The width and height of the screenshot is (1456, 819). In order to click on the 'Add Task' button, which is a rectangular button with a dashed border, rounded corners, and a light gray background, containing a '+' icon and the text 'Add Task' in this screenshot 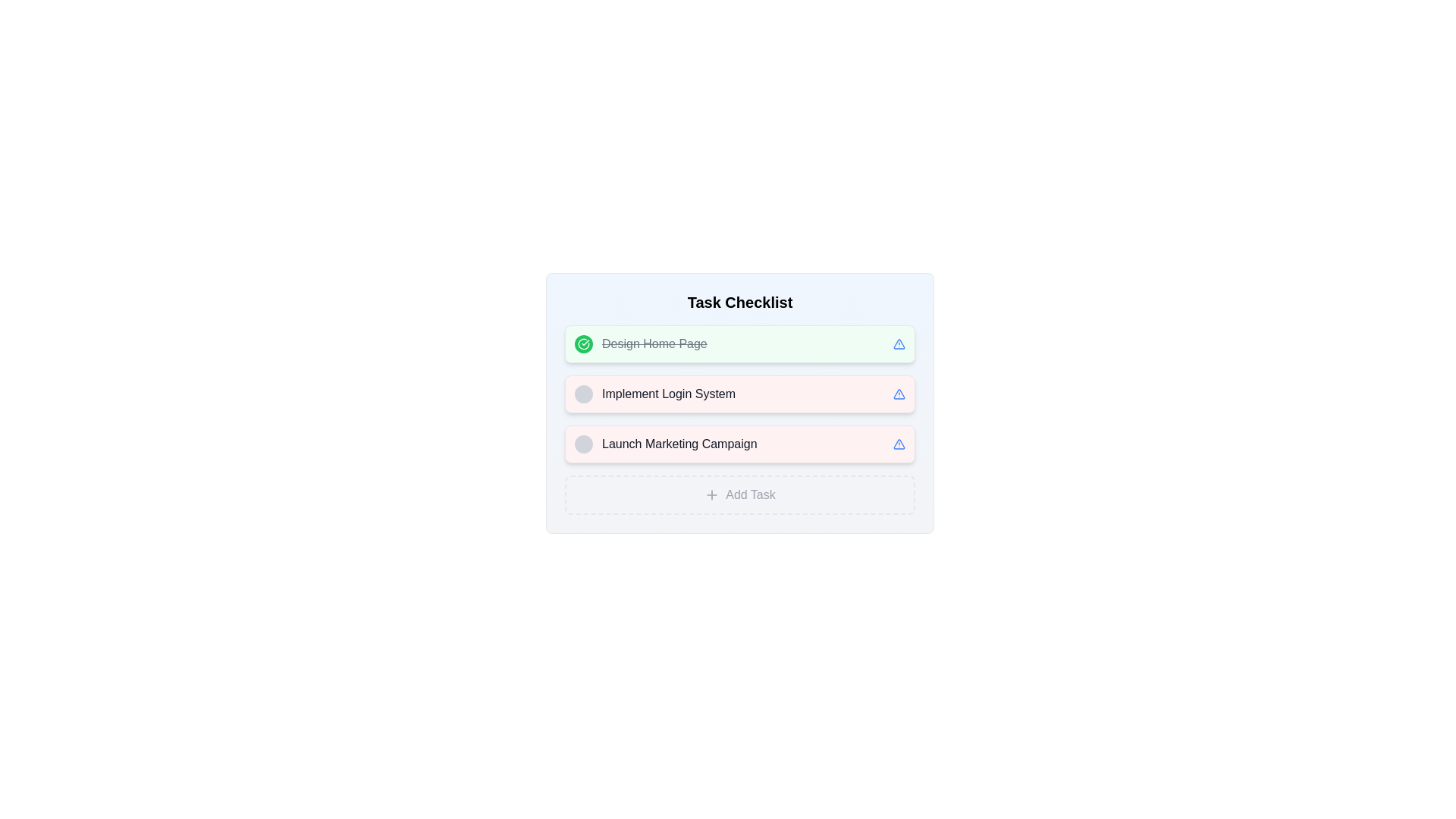, I will do `click(739, 494)`.